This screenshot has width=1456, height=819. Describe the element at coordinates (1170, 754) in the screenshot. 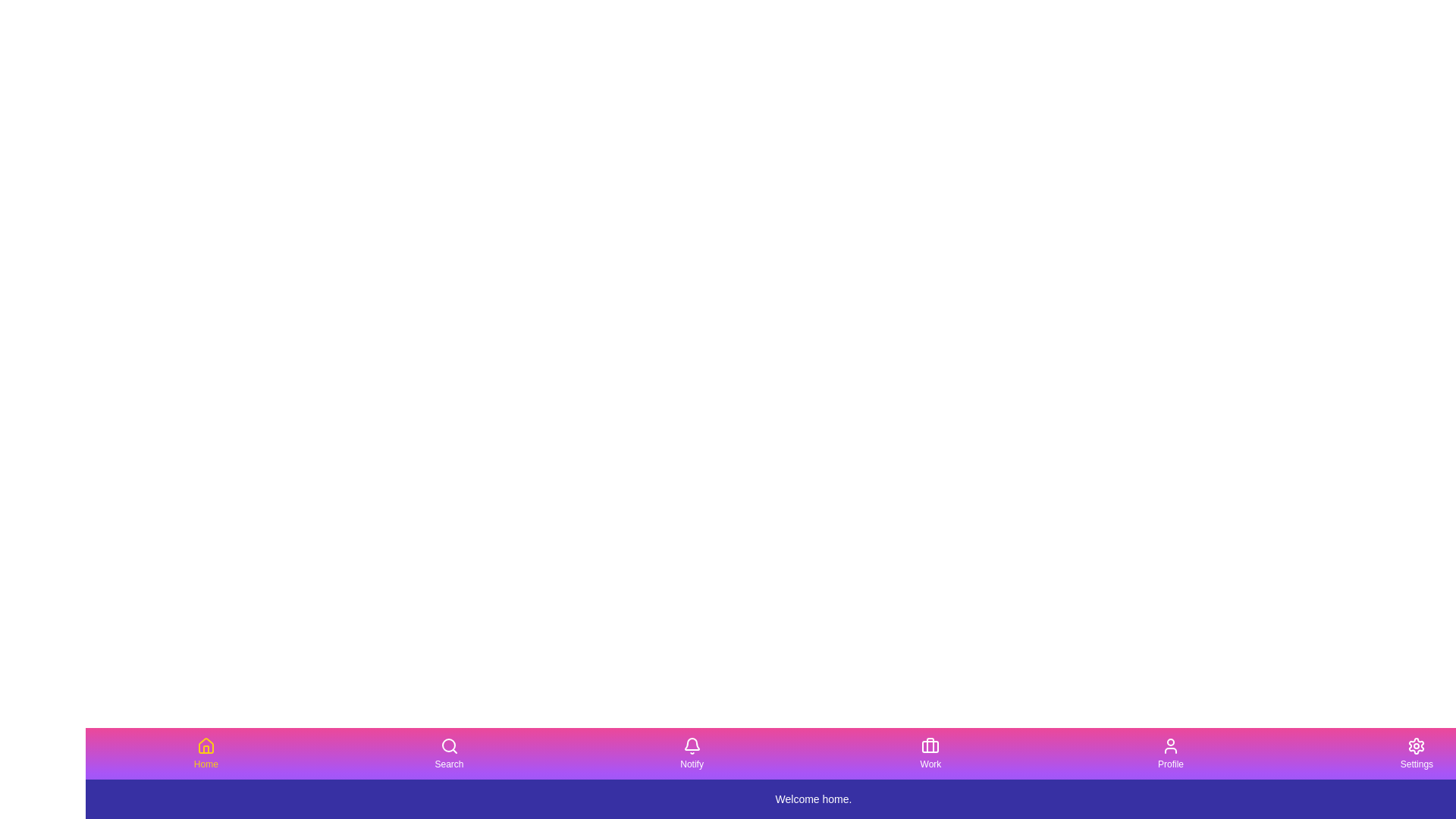

I see `the Profile button` at that location.